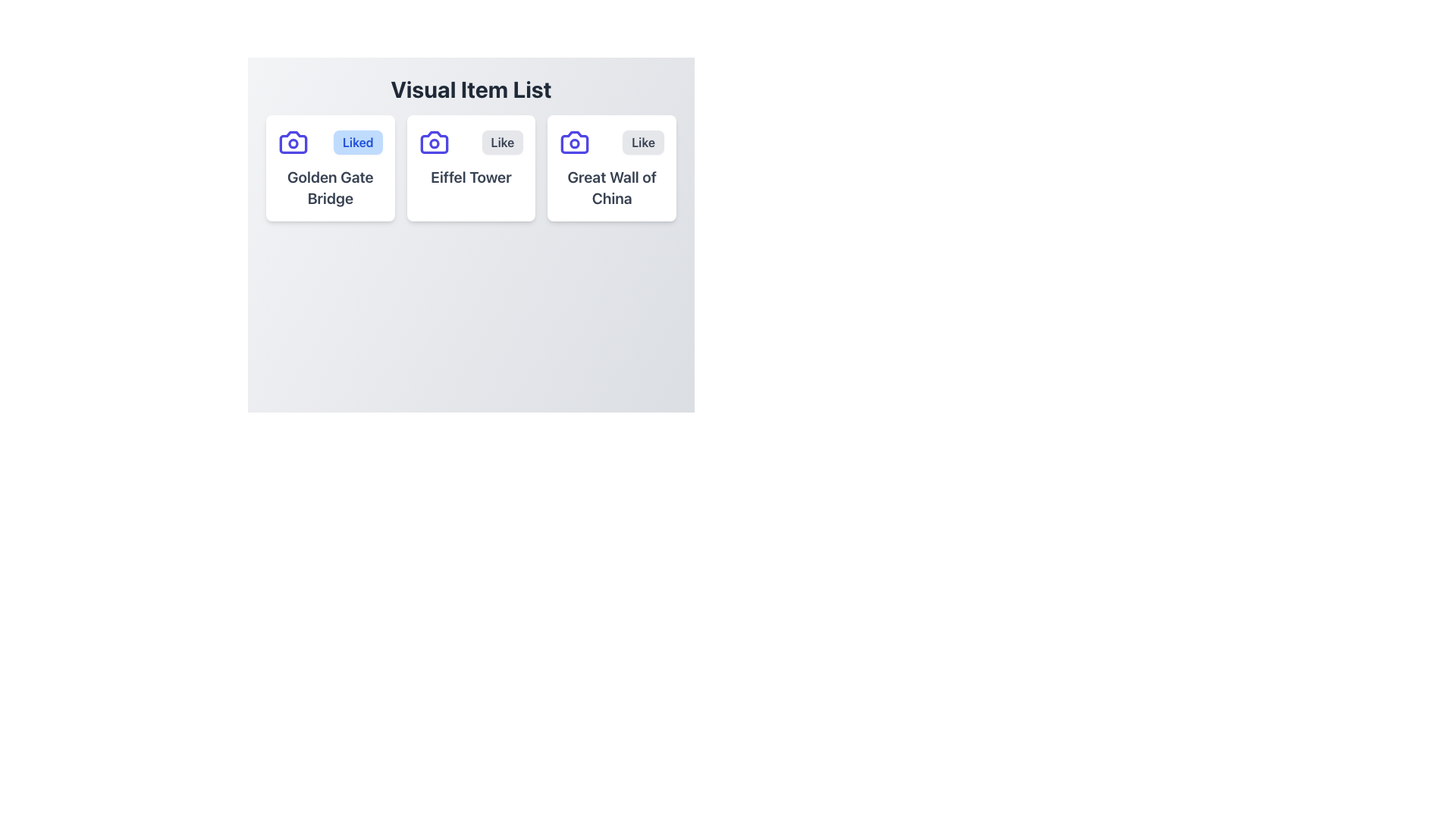  What do you see at coordinates (470, 225) in the screenshot?
I see `the center of the modal popup window` at bounding box center [470, 225].